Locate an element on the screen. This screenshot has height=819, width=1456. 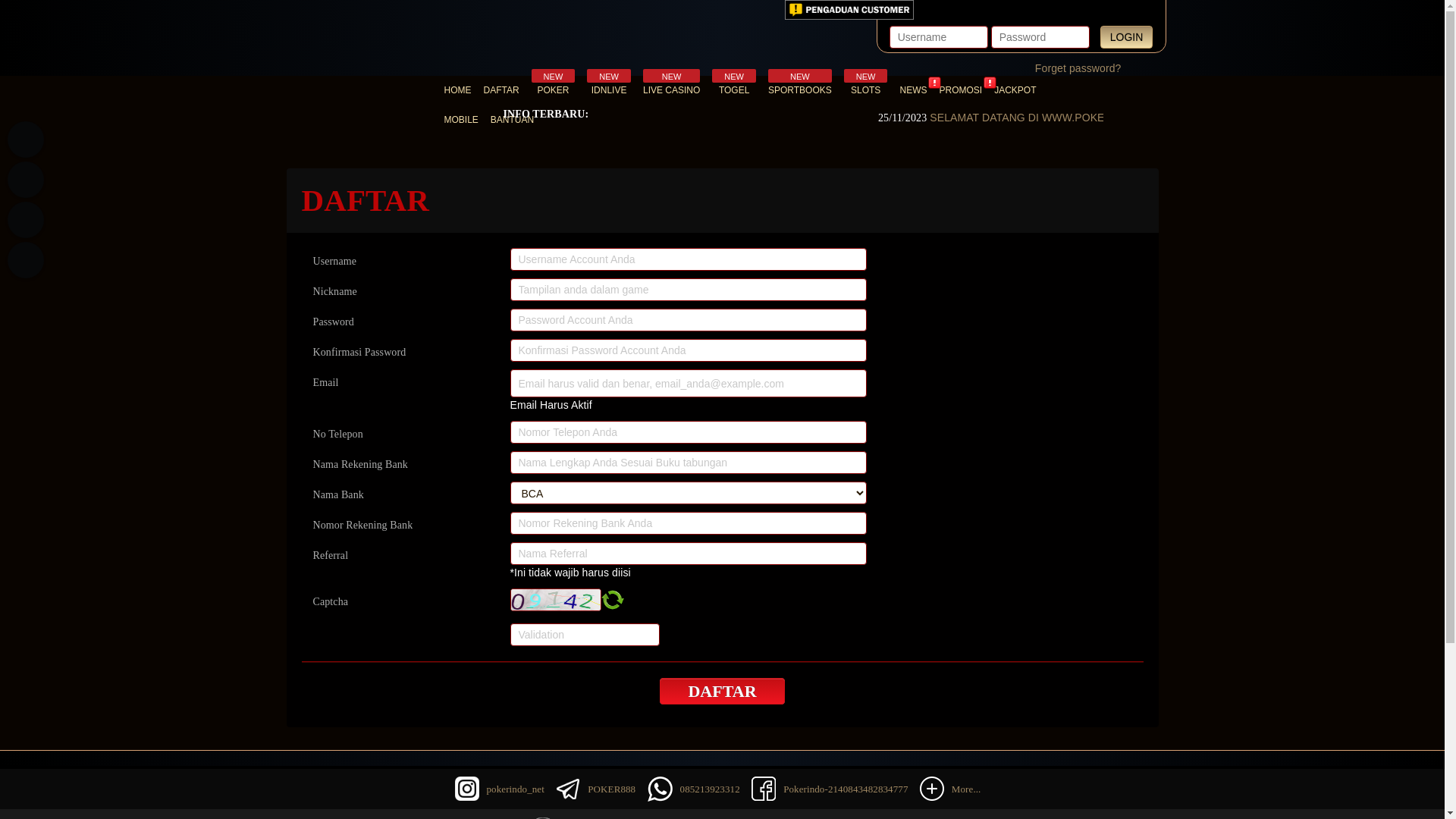
'LOGIN' is located at coordinates (1127, 36).